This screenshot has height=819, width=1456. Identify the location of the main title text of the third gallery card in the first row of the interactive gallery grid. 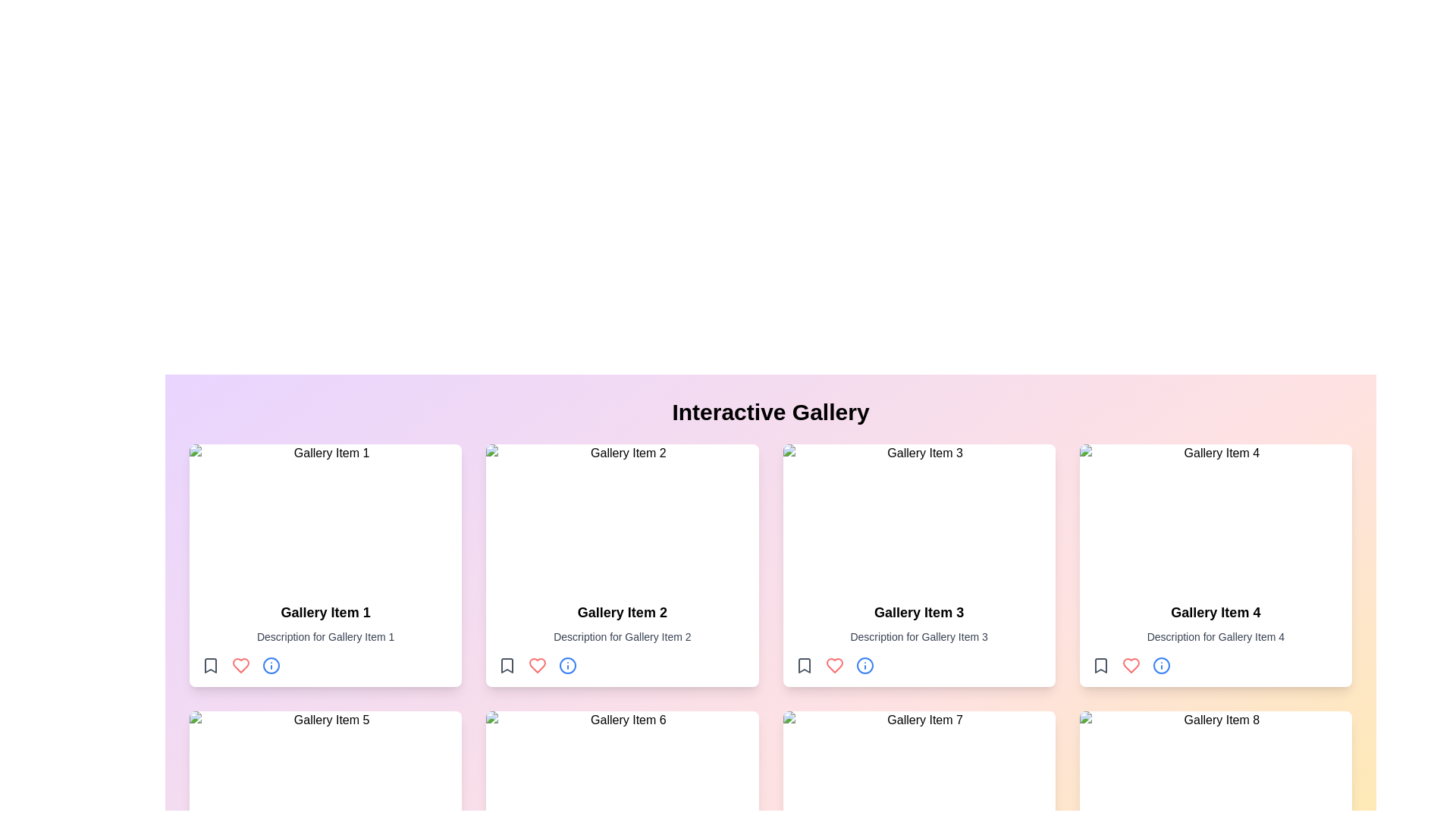
(918, 611).